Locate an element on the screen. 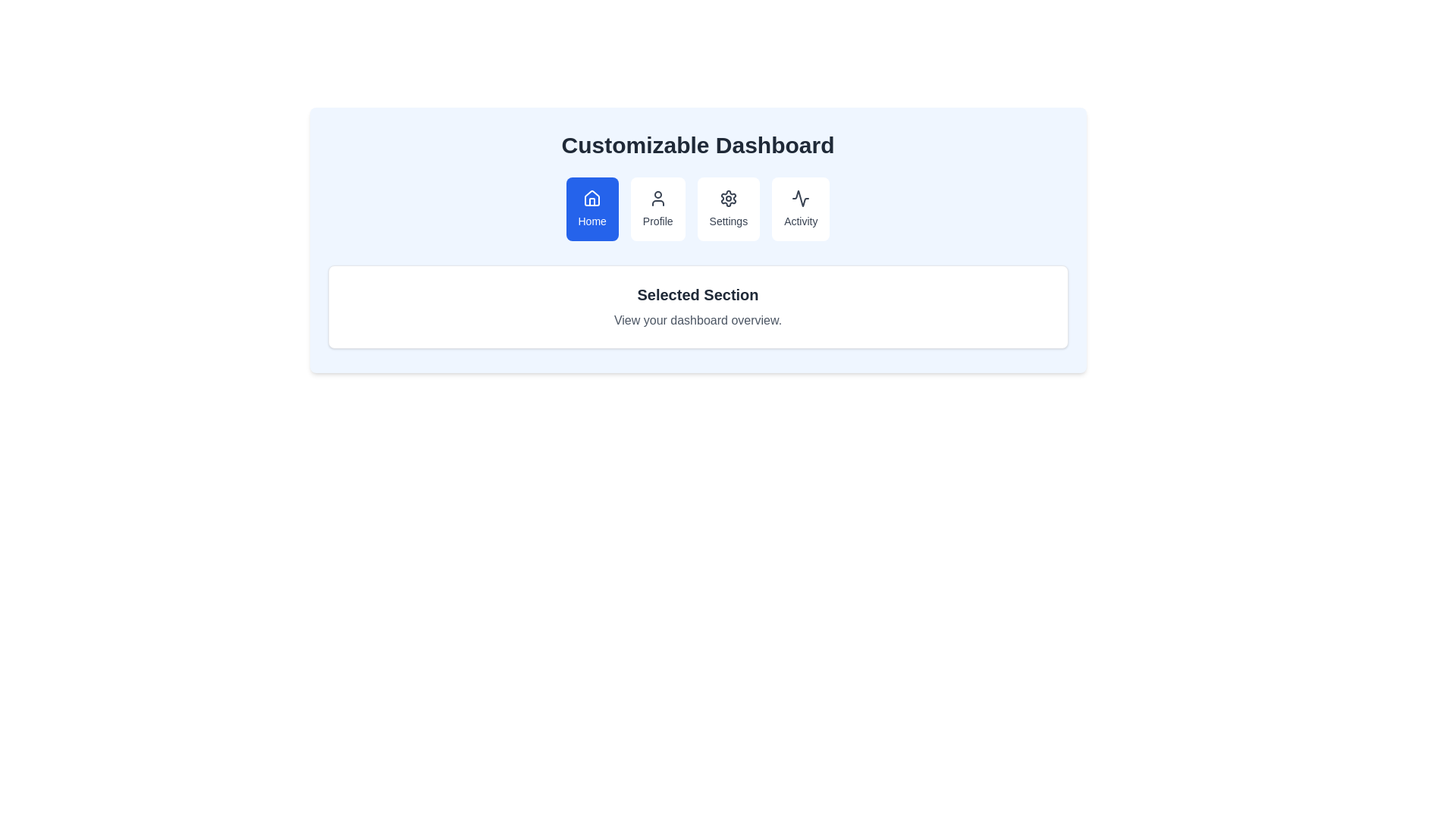 This screenshot has width=1456, height=819. the second navigational button from the left is located at coordinates (657, 209).